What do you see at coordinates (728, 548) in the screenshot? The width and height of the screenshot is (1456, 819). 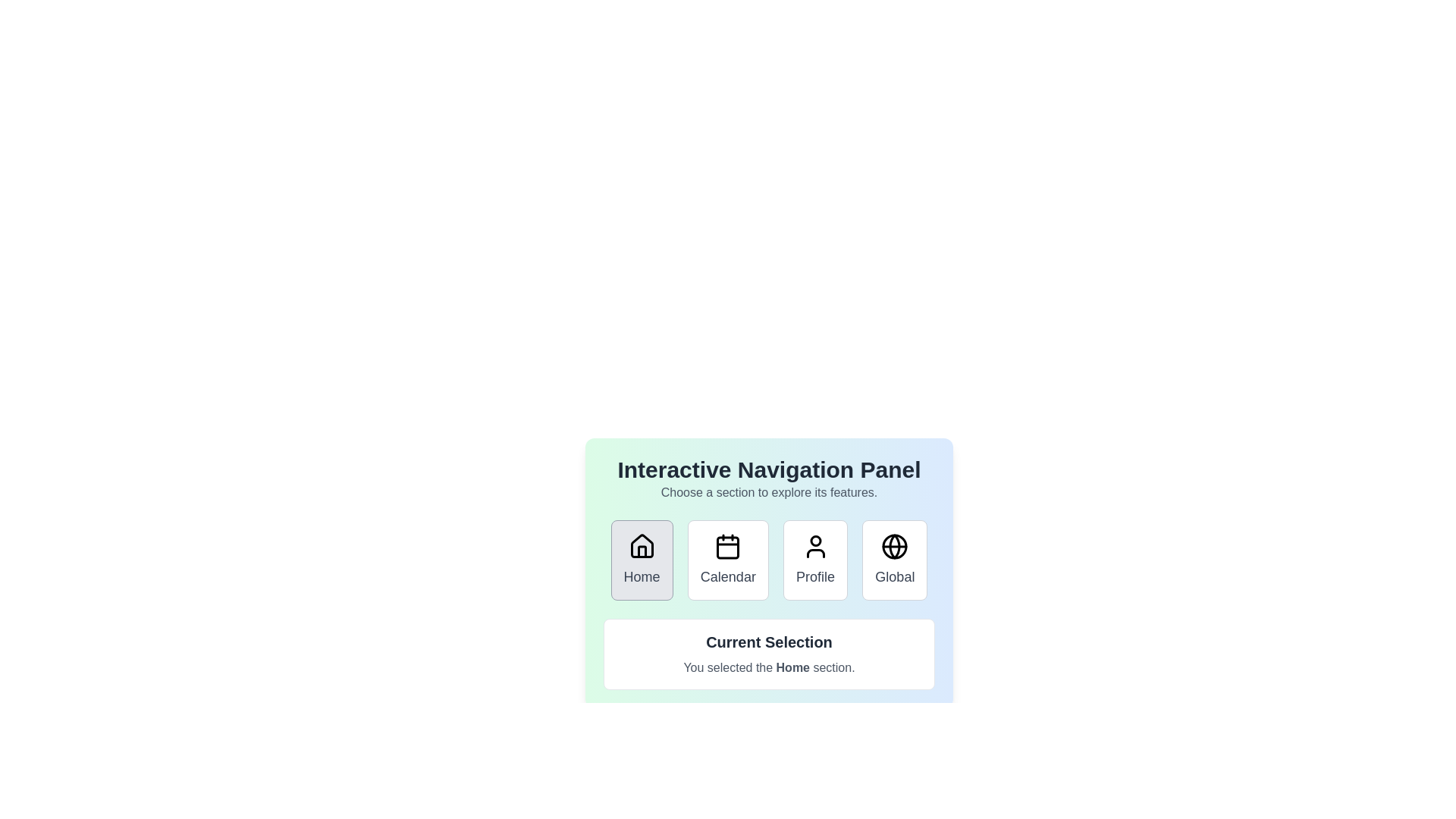 I see `the small rounded rectangle that serves as the background for the calendar icon, which is the second icon from the left in the middle row of the interface` at bounding box center [728, 548].